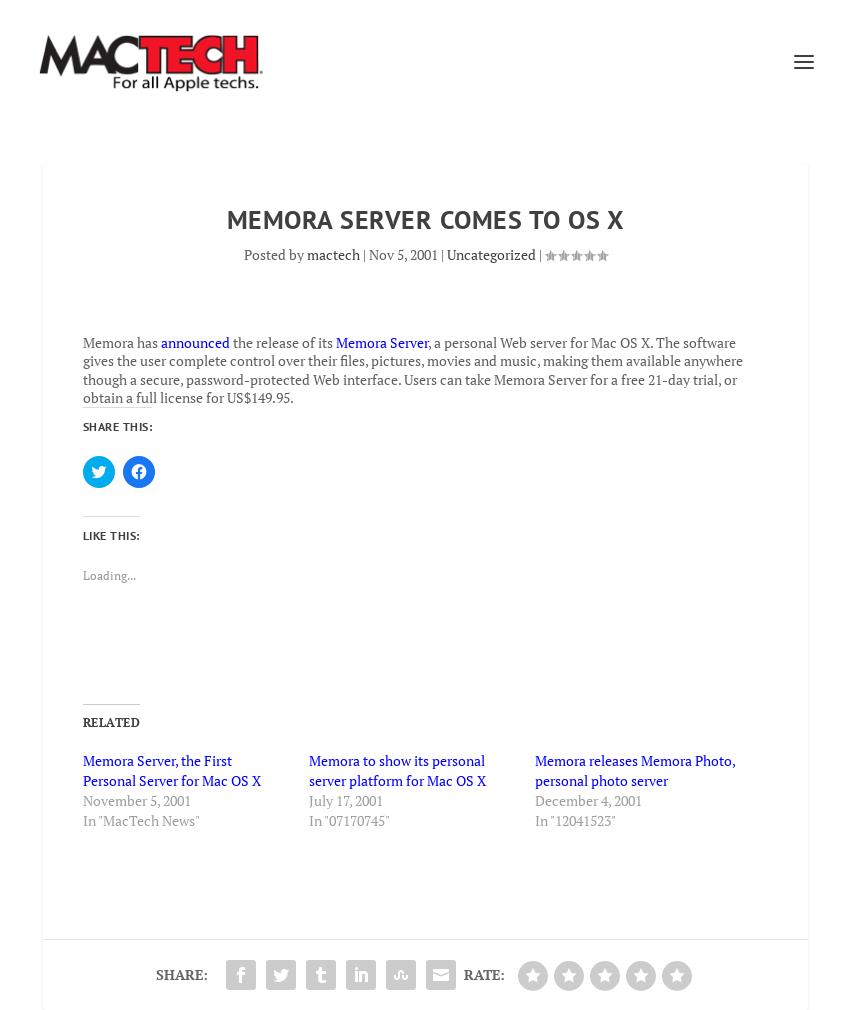 The width and height of the screenshot is (850, 1010). What do you see at coordinates (424, 217) in the screenshot?
I see `'Memora Server comes to OS X'` at bounding box center [424, 217].